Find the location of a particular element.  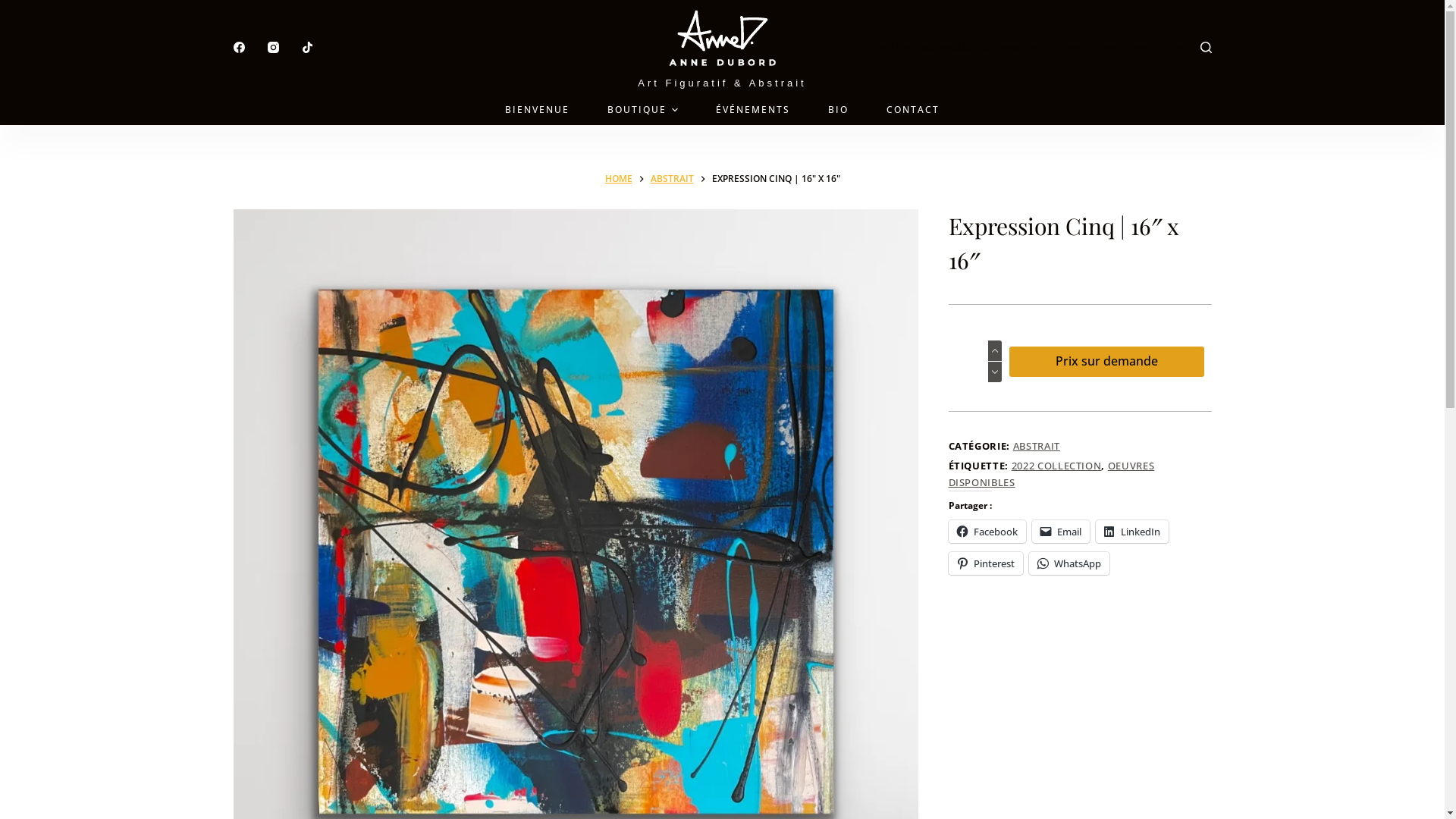

'WhatsApp' is located at coordinates (1028, 563).